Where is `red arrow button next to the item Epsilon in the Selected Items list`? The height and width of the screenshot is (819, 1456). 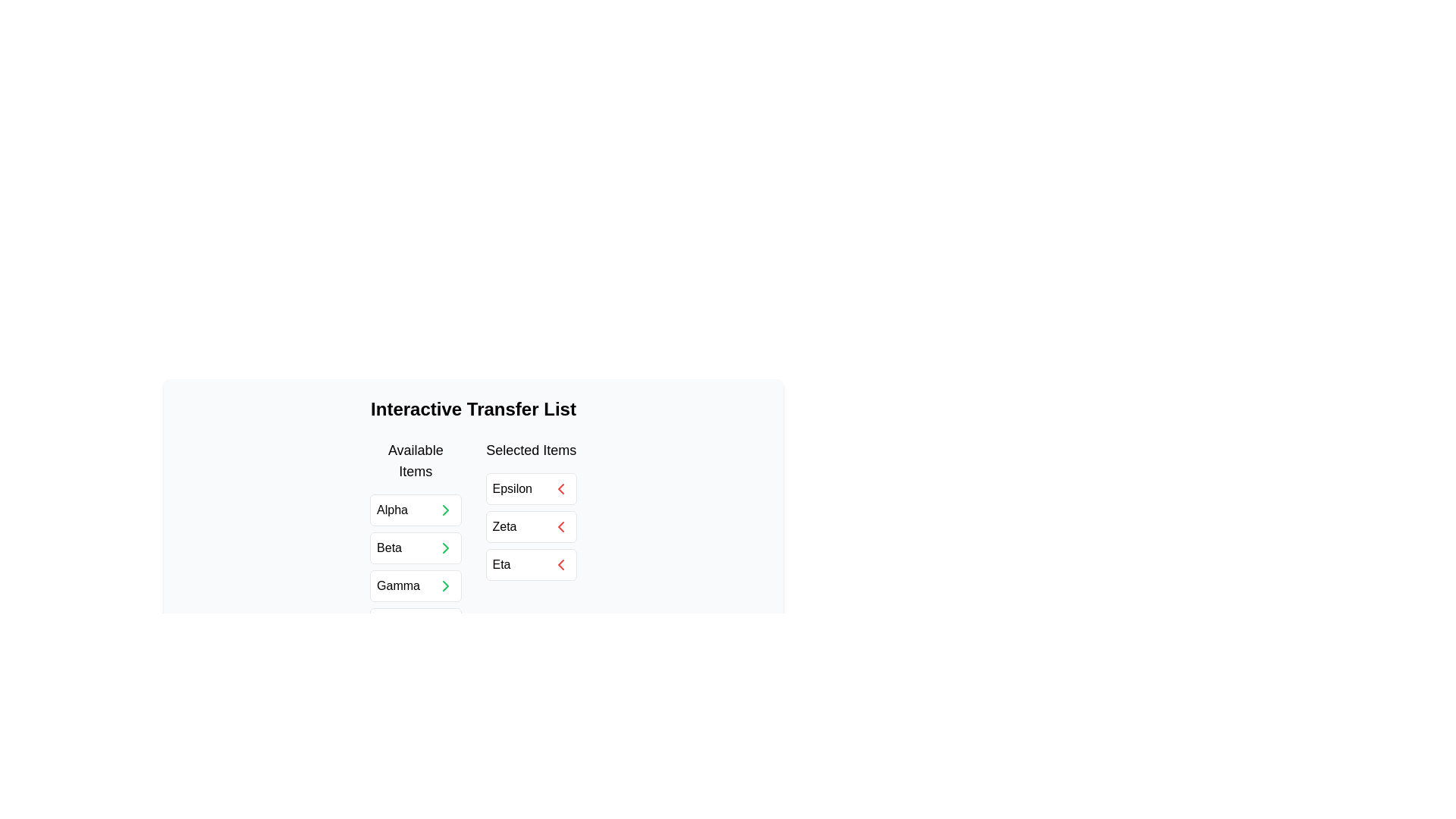 red arrow button next to the item Epsilon in the Selected Items list is located at coordinates (560, 488).